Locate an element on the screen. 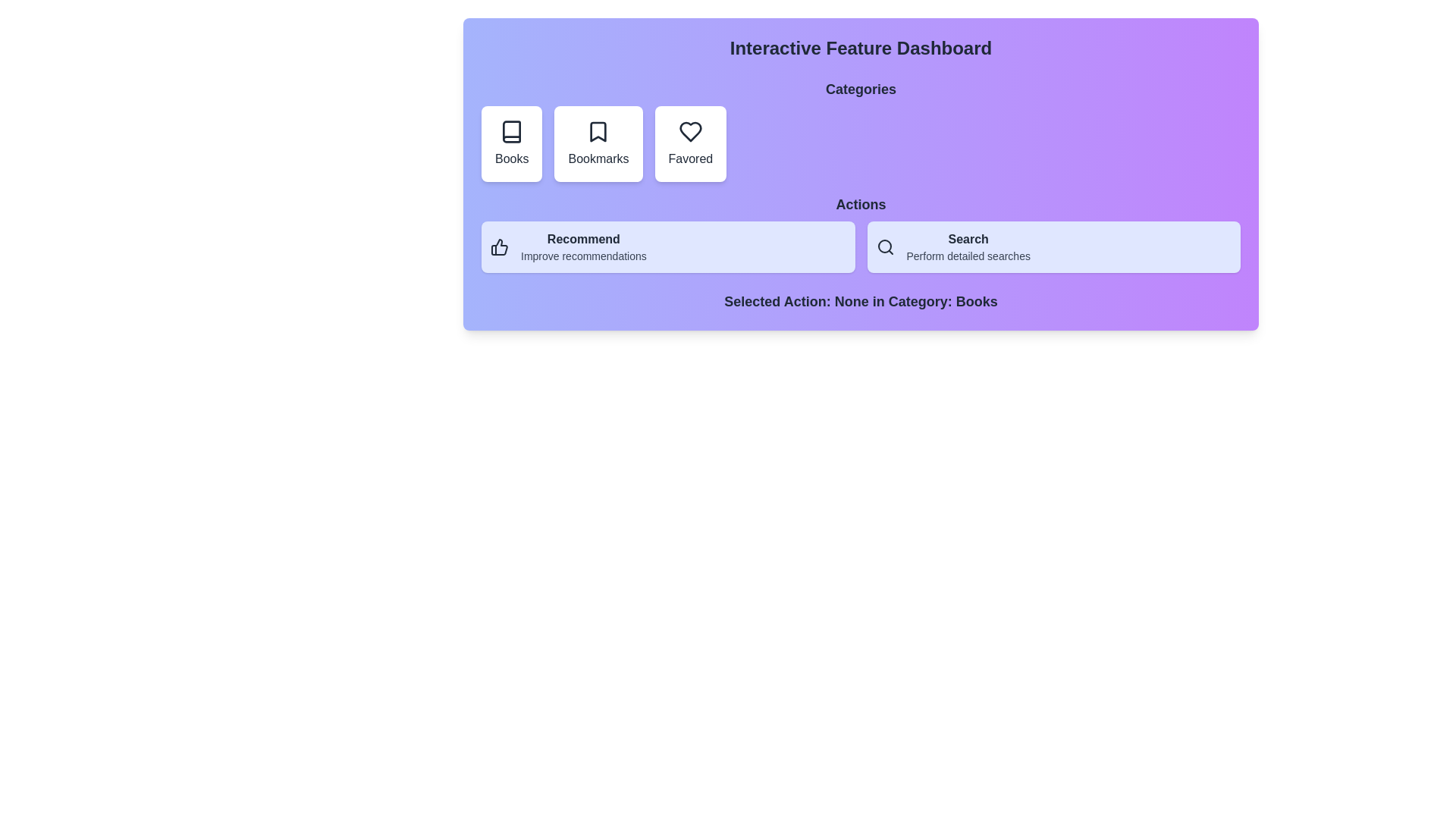 The image size is (1456, 819). the heart-shaped icon representing the 'Favored' category in the dashboard, which is located between the 'Bookmarks' icon and the right edge of the section is located at coordinates (689, 130).